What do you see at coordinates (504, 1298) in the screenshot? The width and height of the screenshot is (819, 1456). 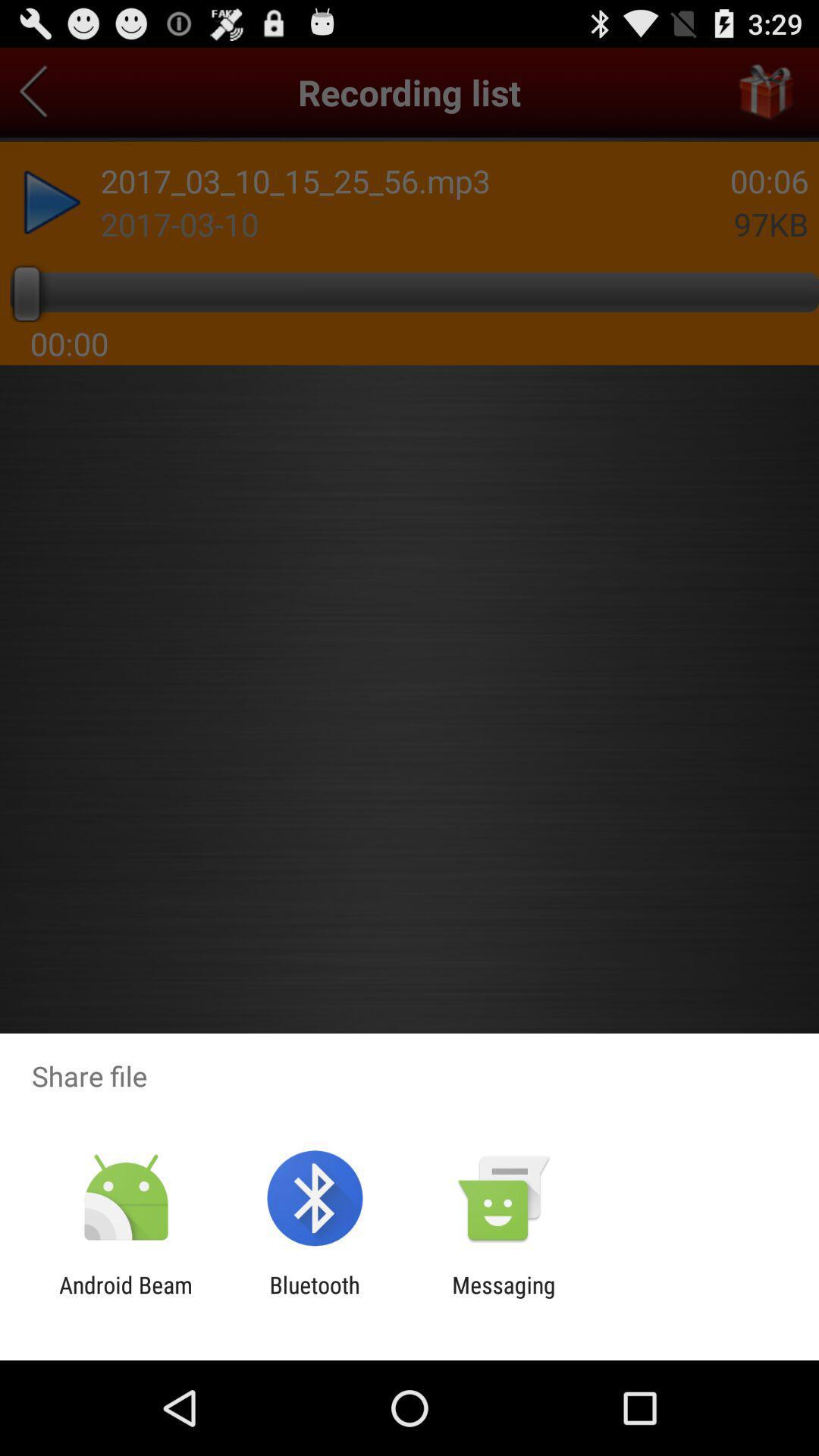 I see `app to the right of bluetooth` at bounding box center [504, 1298].